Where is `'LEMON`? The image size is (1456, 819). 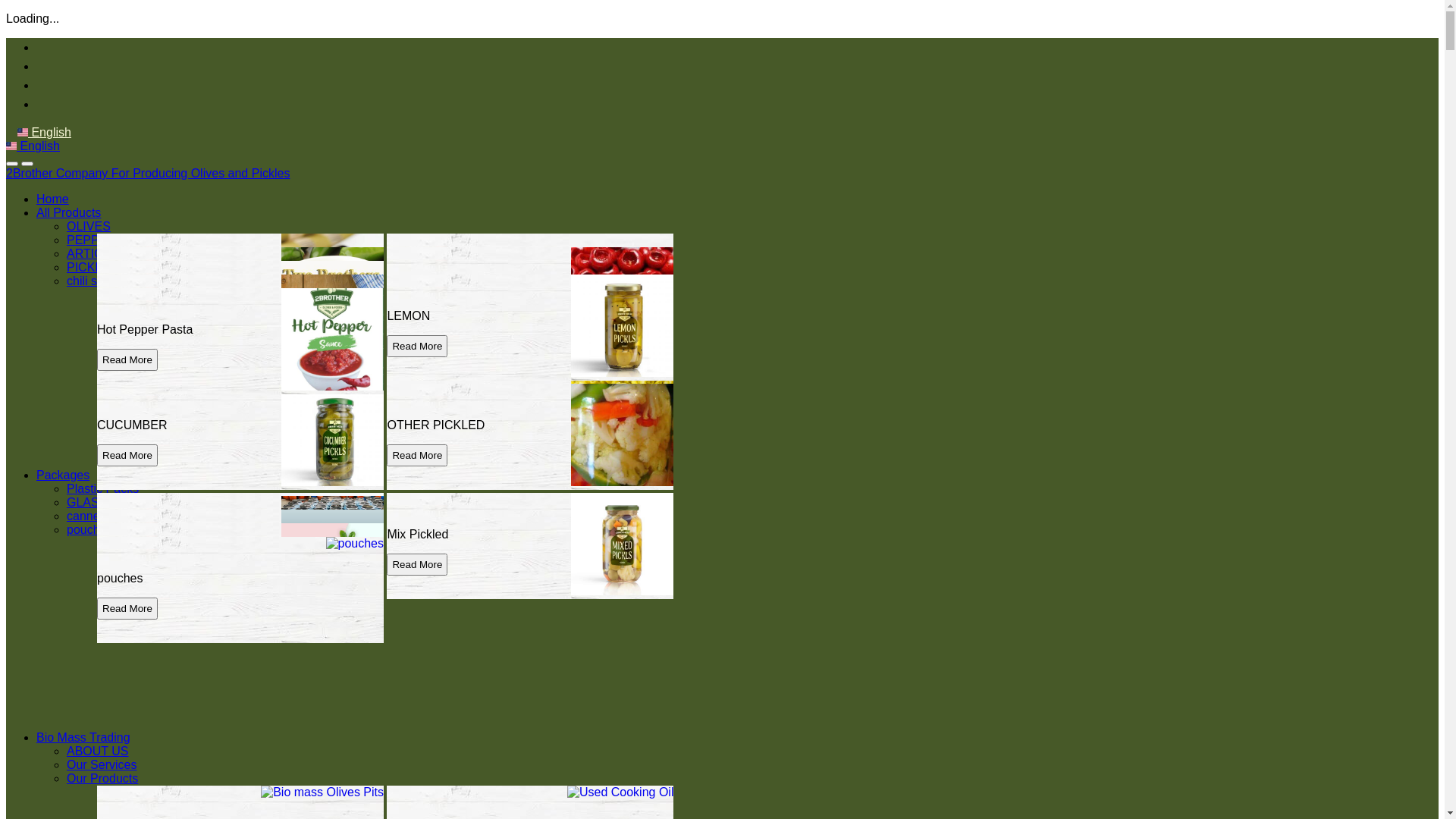
'LEMON is located at coordinates (386, 327).